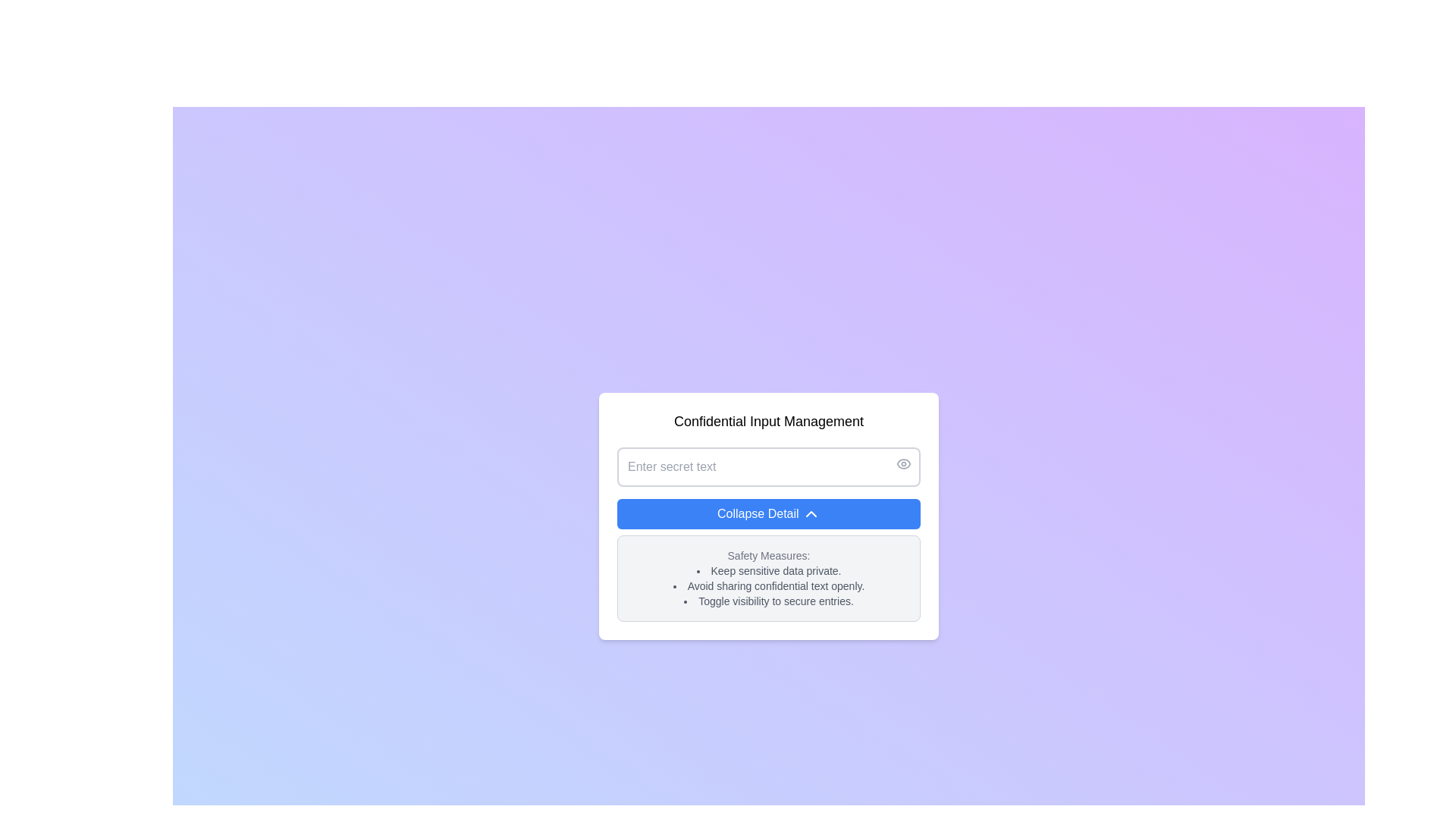 Image resolution: width=1456 pixels, height=819 pixels. I want to click on the Information display panel with a light-gray background and the header 'Safety Measures:', which is located below the 'Collapse Detail' button, so click(768, 579).